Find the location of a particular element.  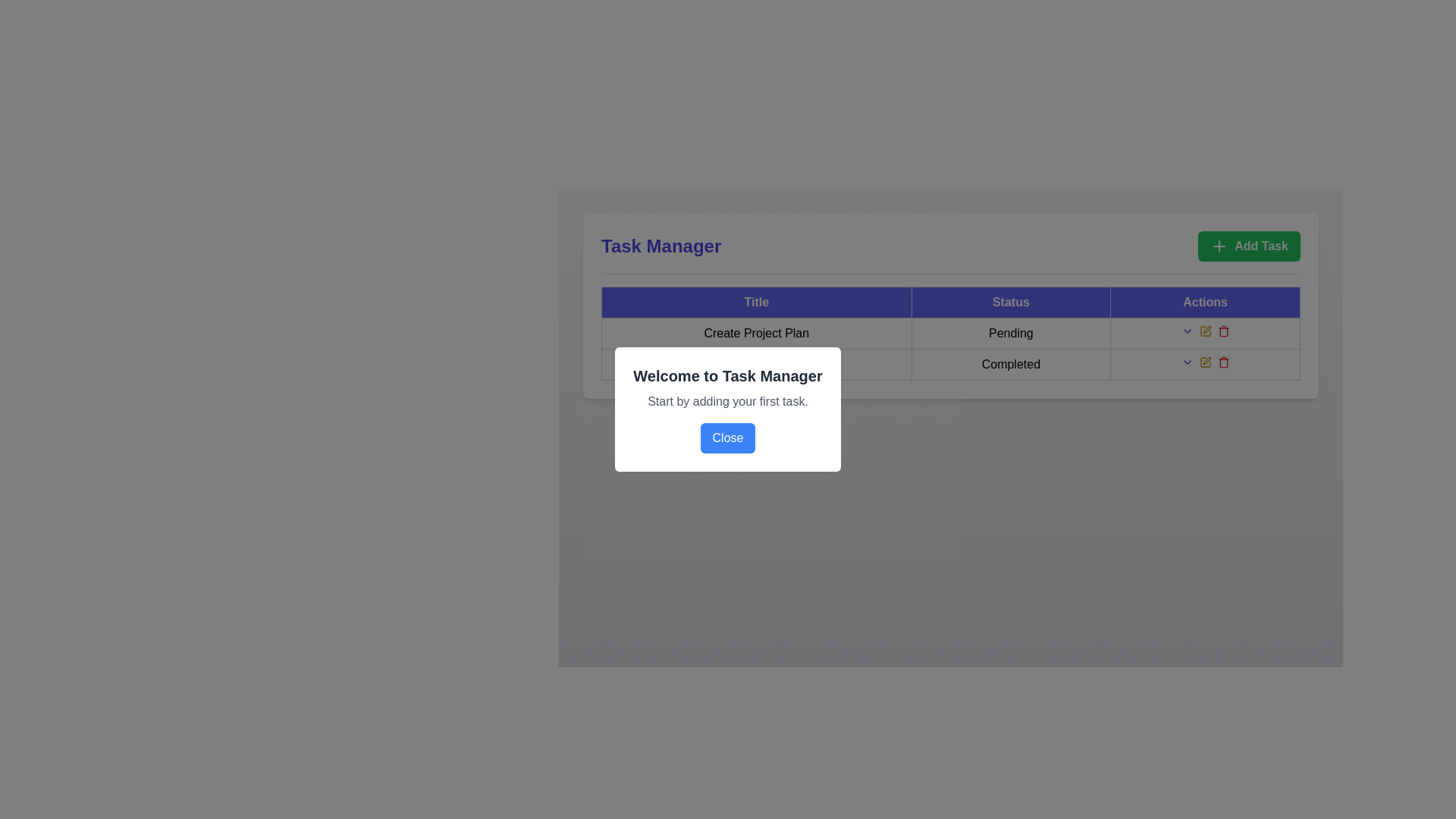

the interactive trash bin icon button in the 'Actions' column corresponding to the 'Completed' task is located at coordinates (1223, 362).